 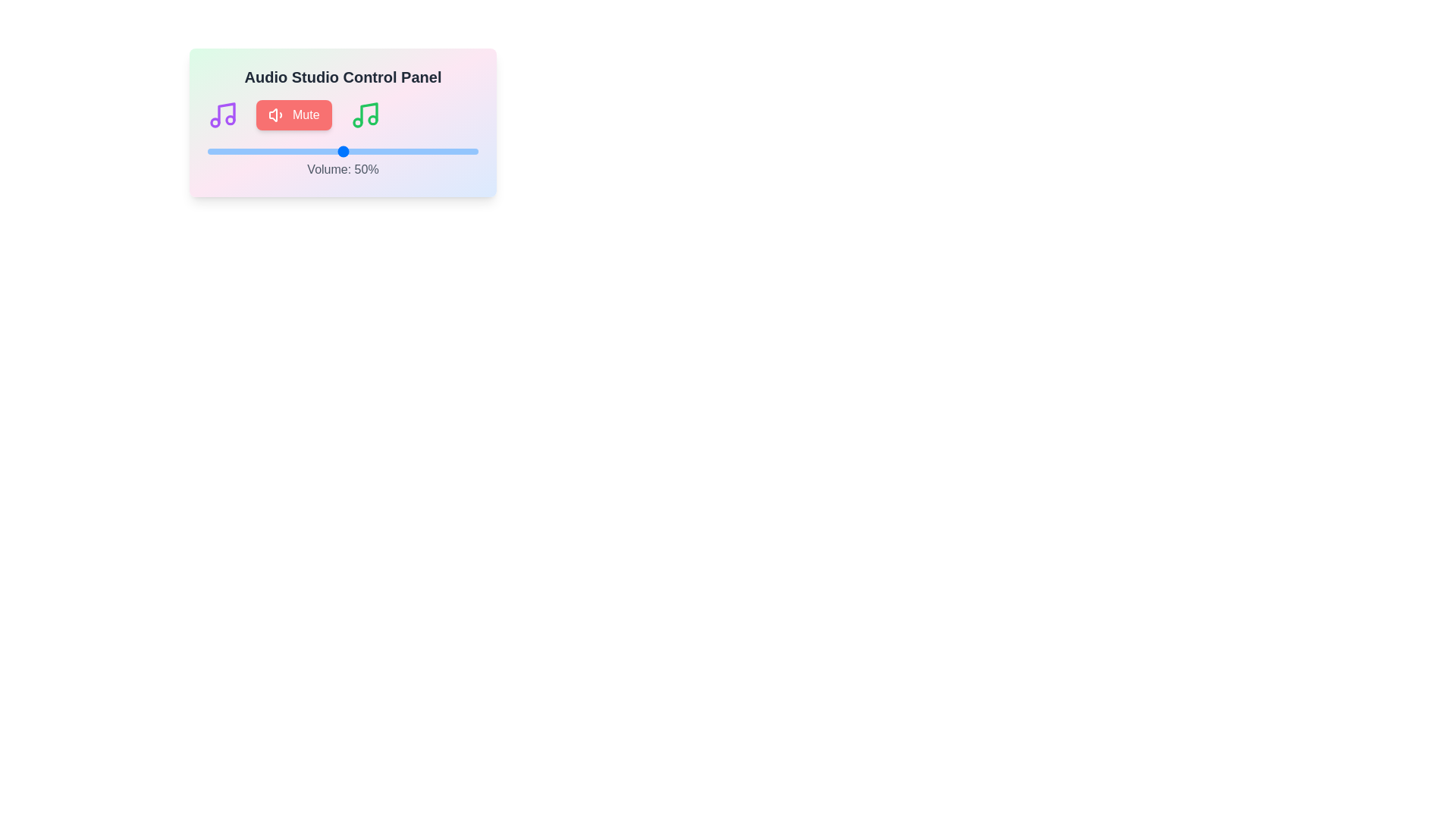 What do you see at coordinates (281, 152) in the screenshot?
I see `the volume slider to set the volume to 27%` at bounding box center [281, 152].